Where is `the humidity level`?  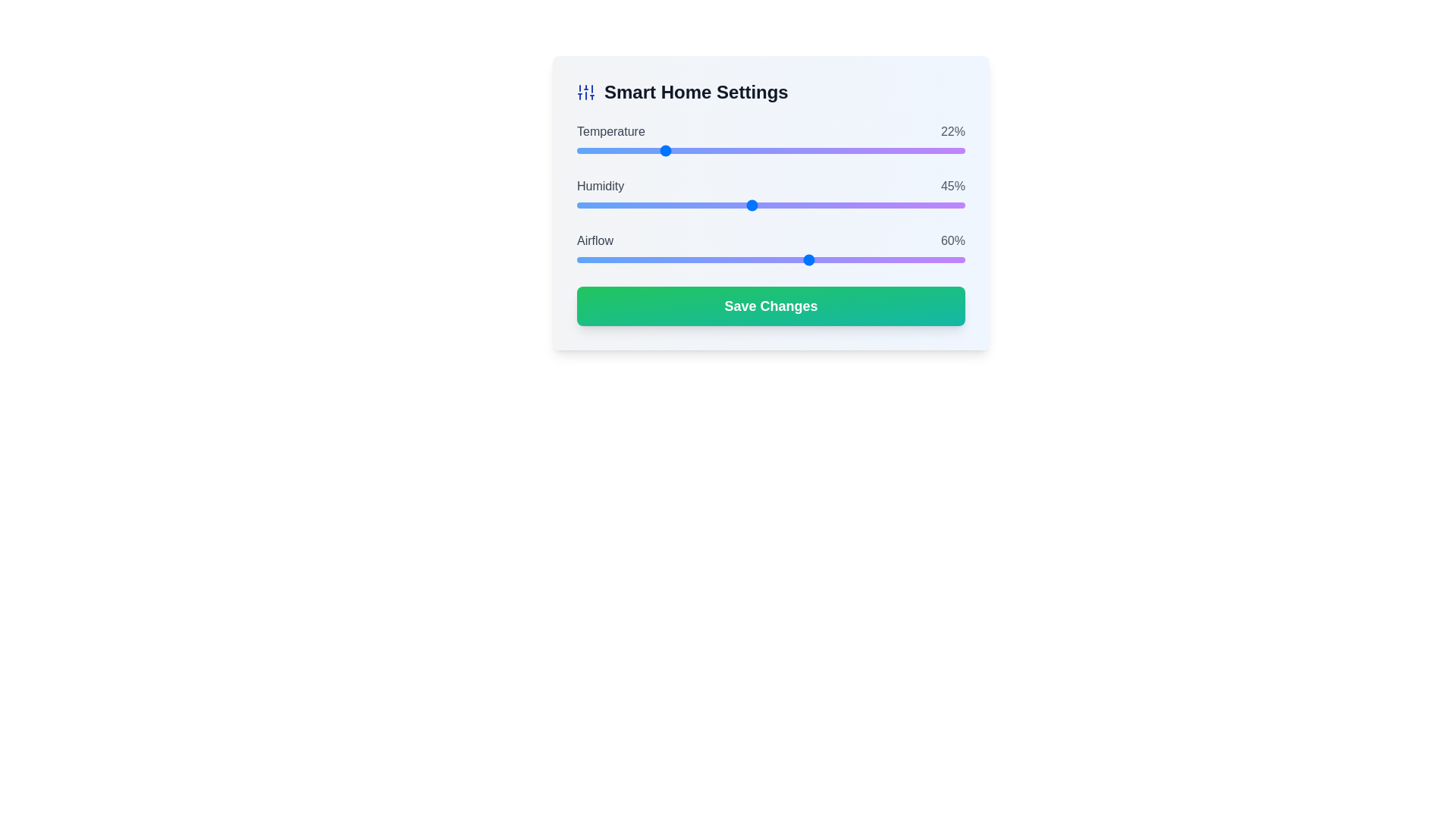
the humidity level is located at coordinates (689, 201).